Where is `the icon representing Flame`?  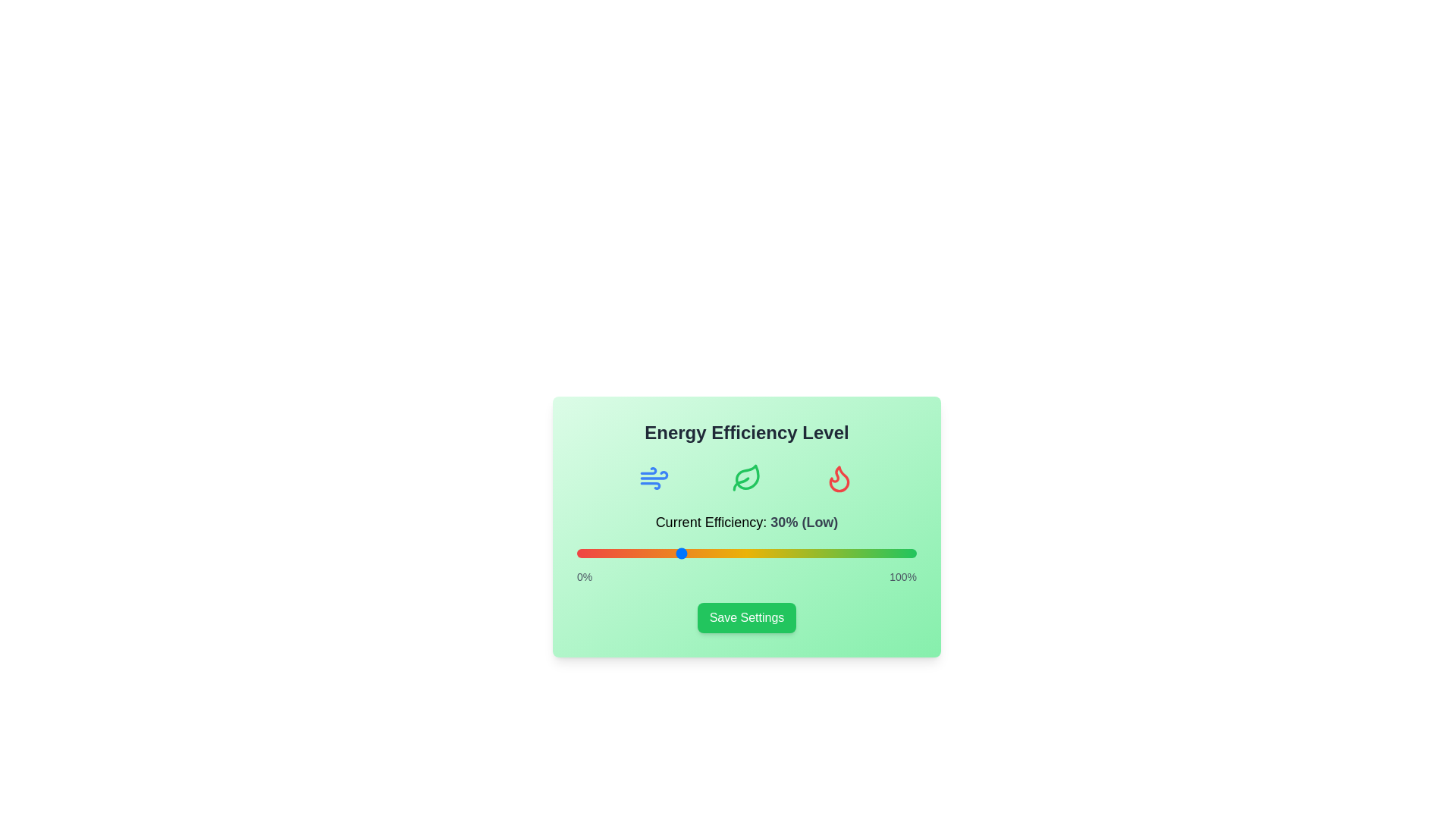 the icon representing Flame is located at coordinates (839, 479).